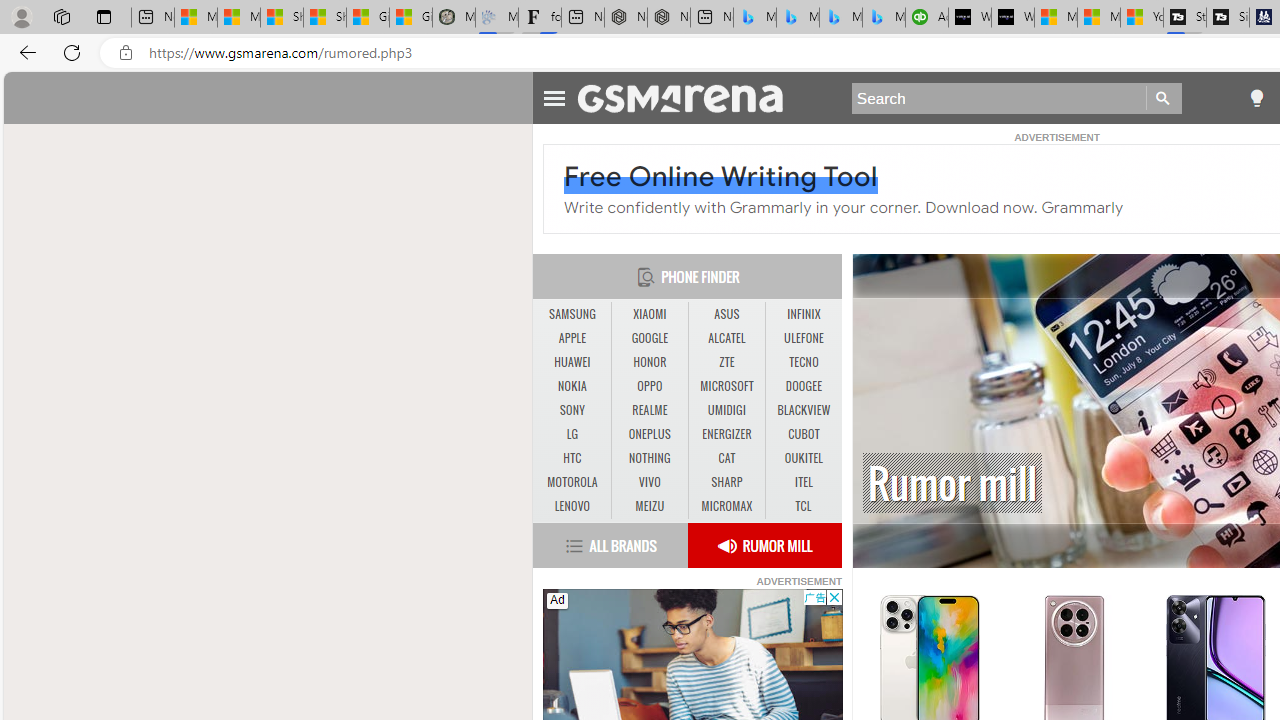 The height and width of the screenshot is (720, 1280). Describe the element at coordinates (803, 410) in the screenshot. I see `'BLACKVIEW'` at that location.